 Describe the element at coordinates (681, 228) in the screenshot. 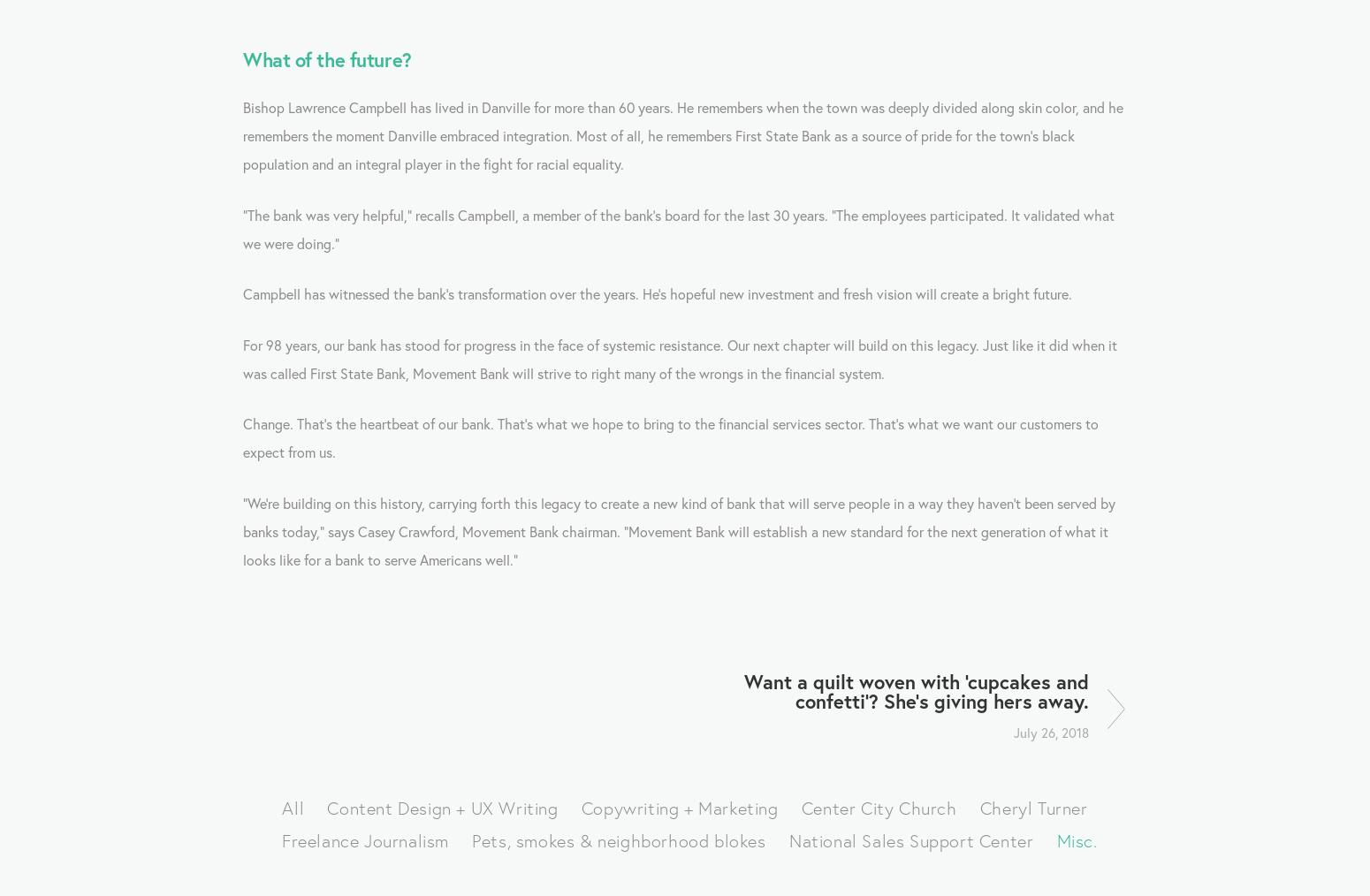

I see `'“The bank was very helpful,” recalls Campbell, a member of the bank’s board for the last 30 years. “The employees participated. It validated what we were doing.”'` at that location.